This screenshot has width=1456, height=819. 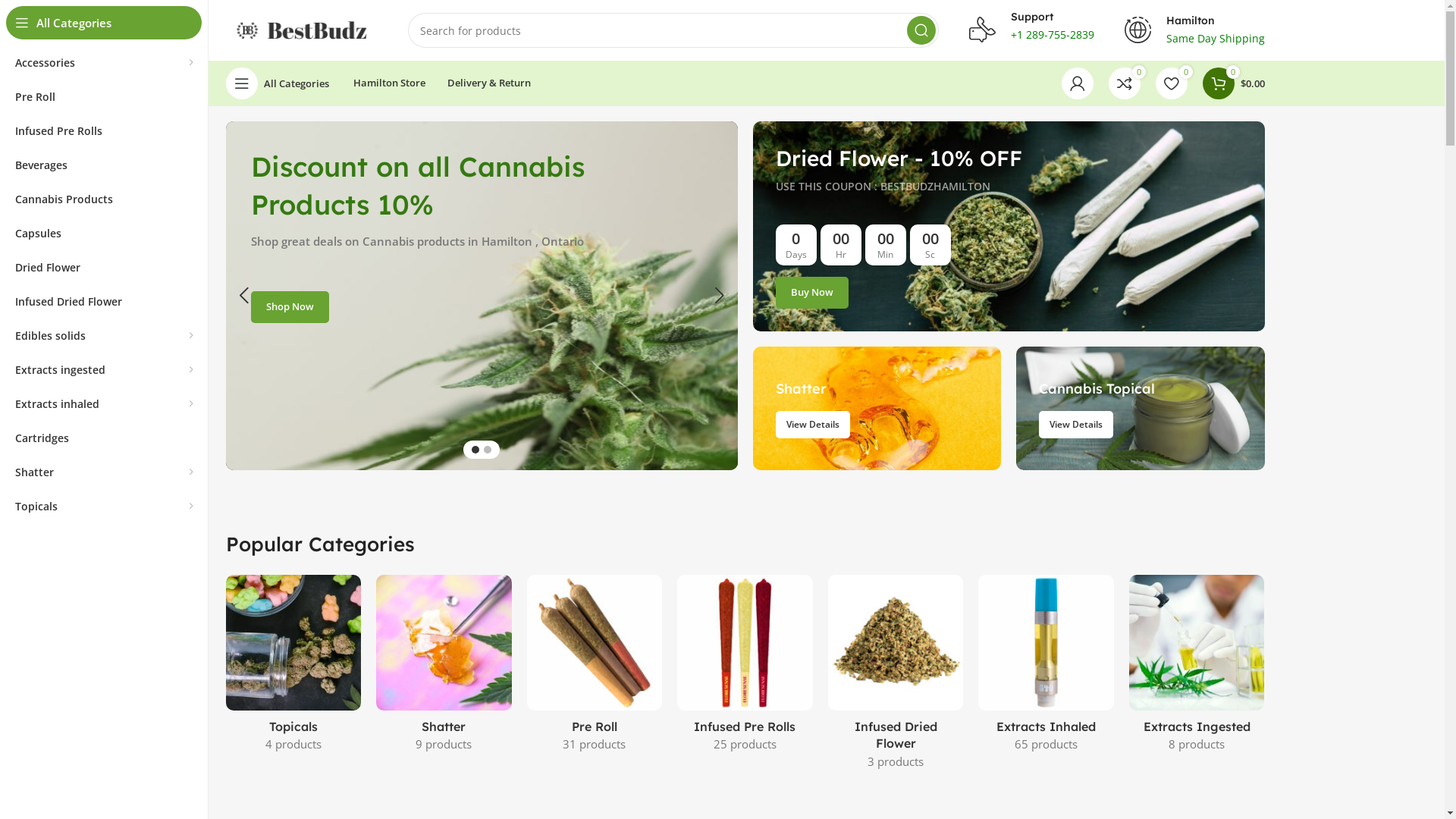 What do you see at coordinates (775, 292) in the screenshot?
I see `'Buy Now'` at bounding box center [775, 292].